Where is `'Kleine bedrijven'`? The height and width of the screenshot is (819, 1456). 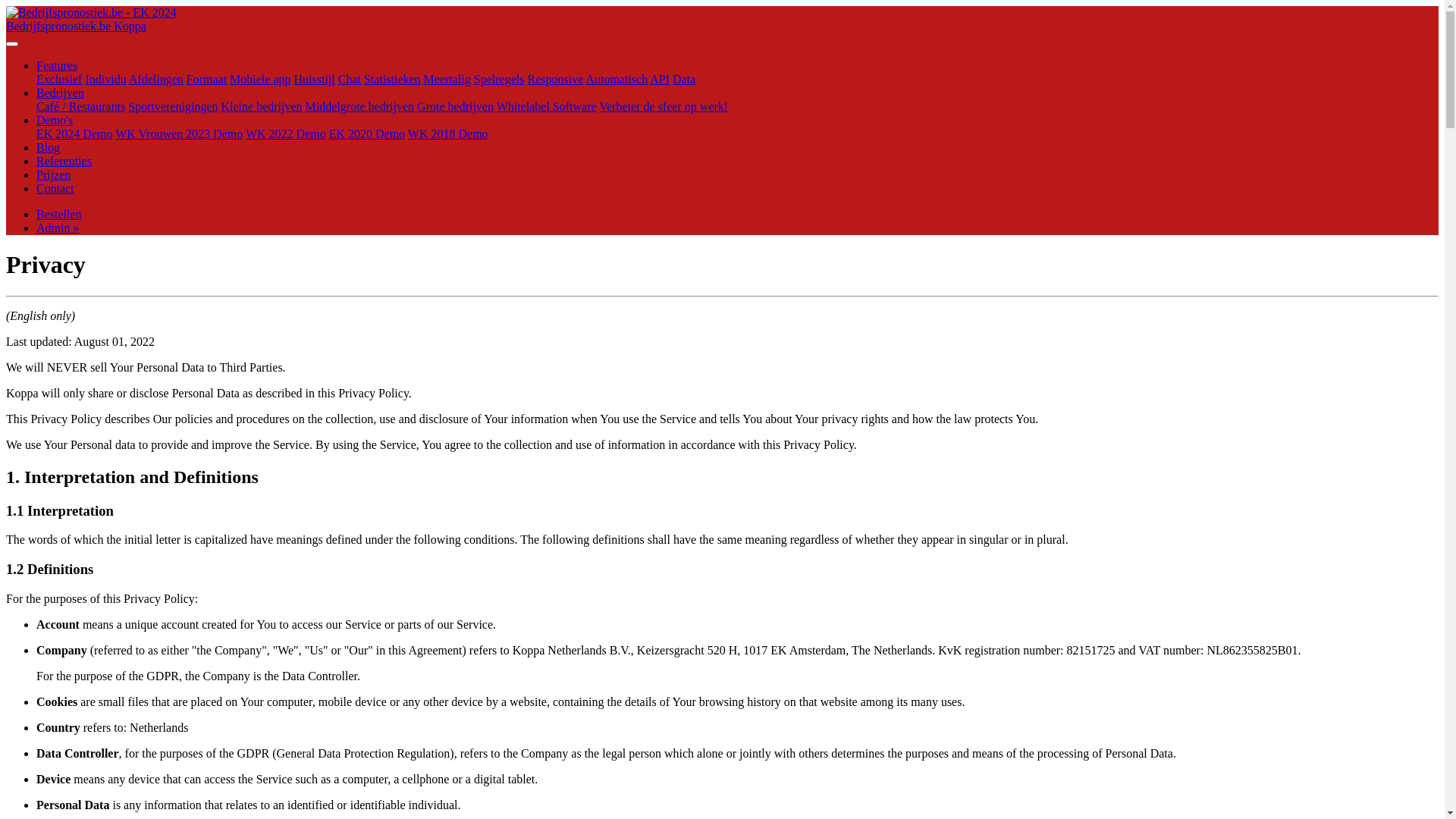 'Kleine bedrijven' is located at coordinates (262, 105).